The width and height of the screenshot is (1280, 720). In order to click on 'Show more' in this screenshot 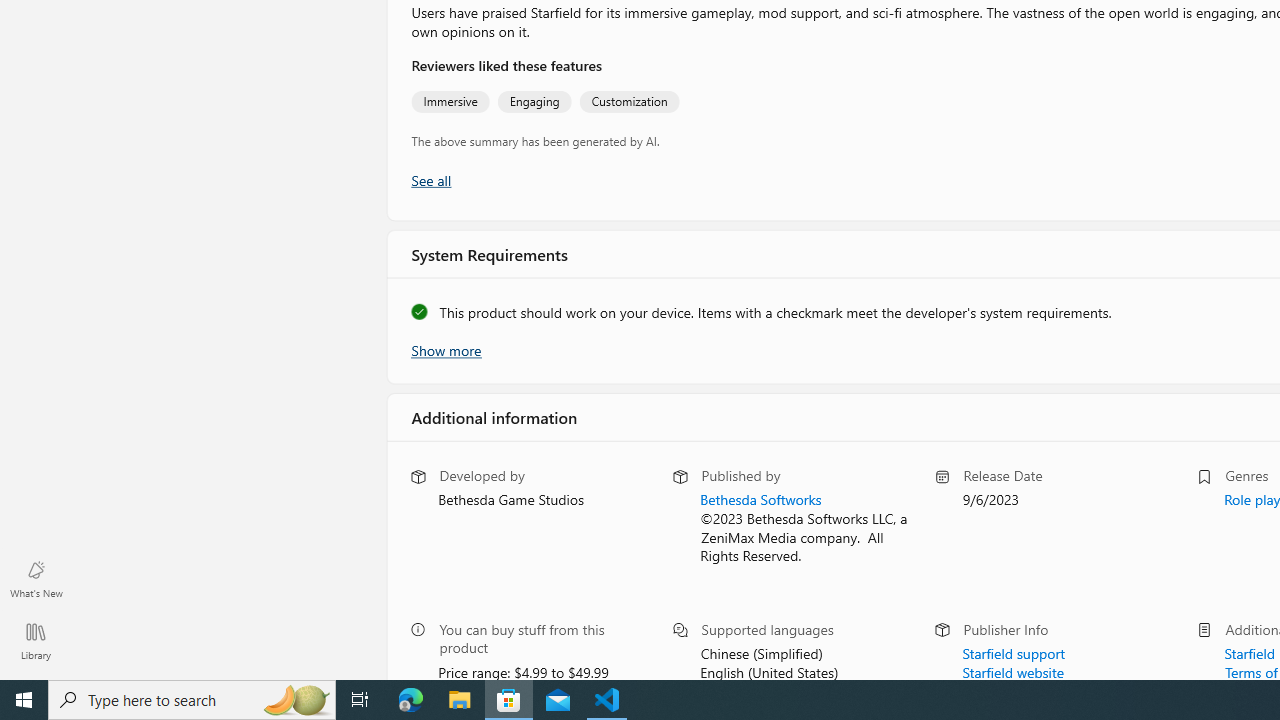, I will do `click(444, 347)`.